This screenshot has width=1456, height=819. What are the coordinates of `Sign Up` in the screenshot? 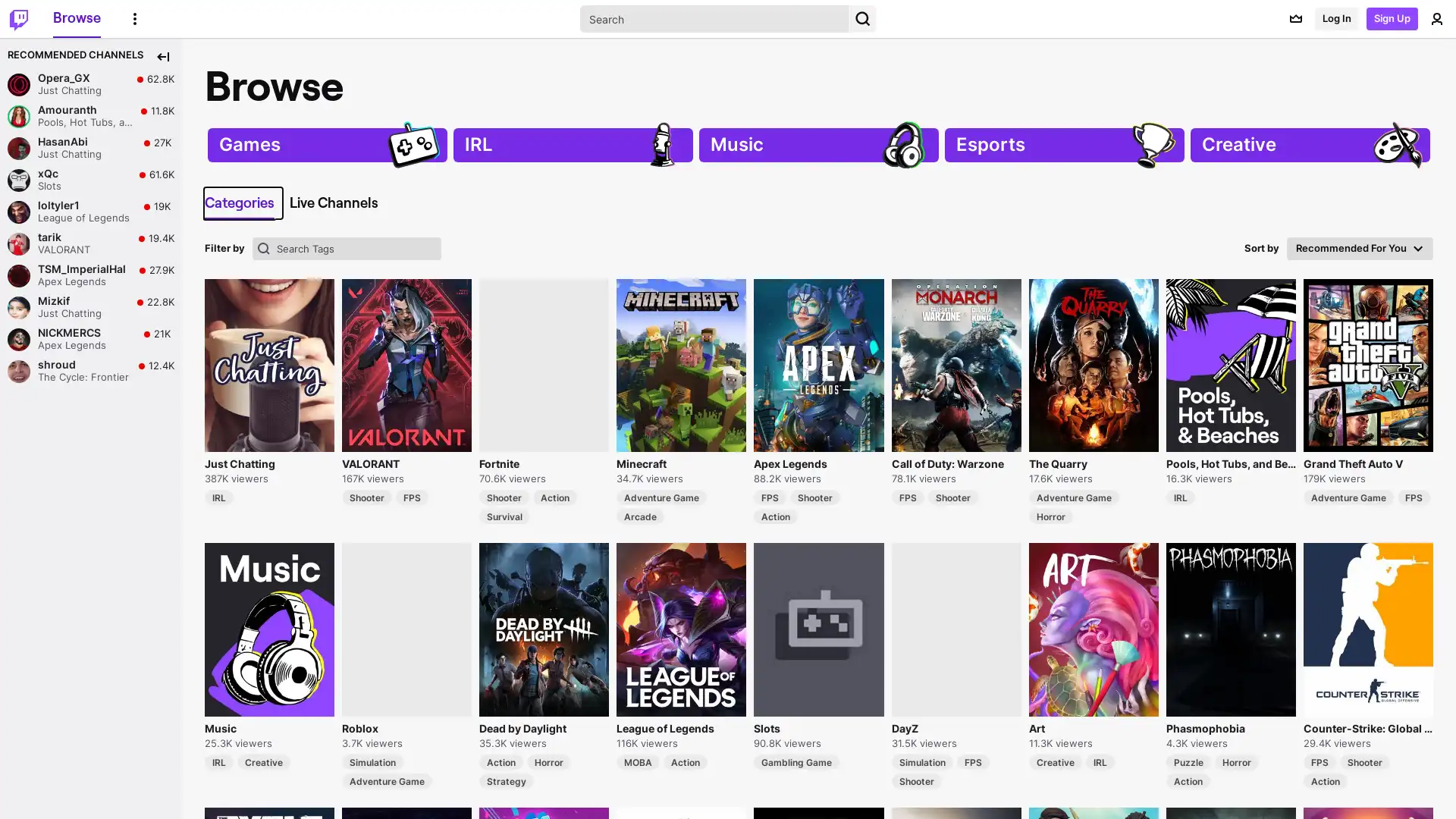 It's located at (1384, 795).